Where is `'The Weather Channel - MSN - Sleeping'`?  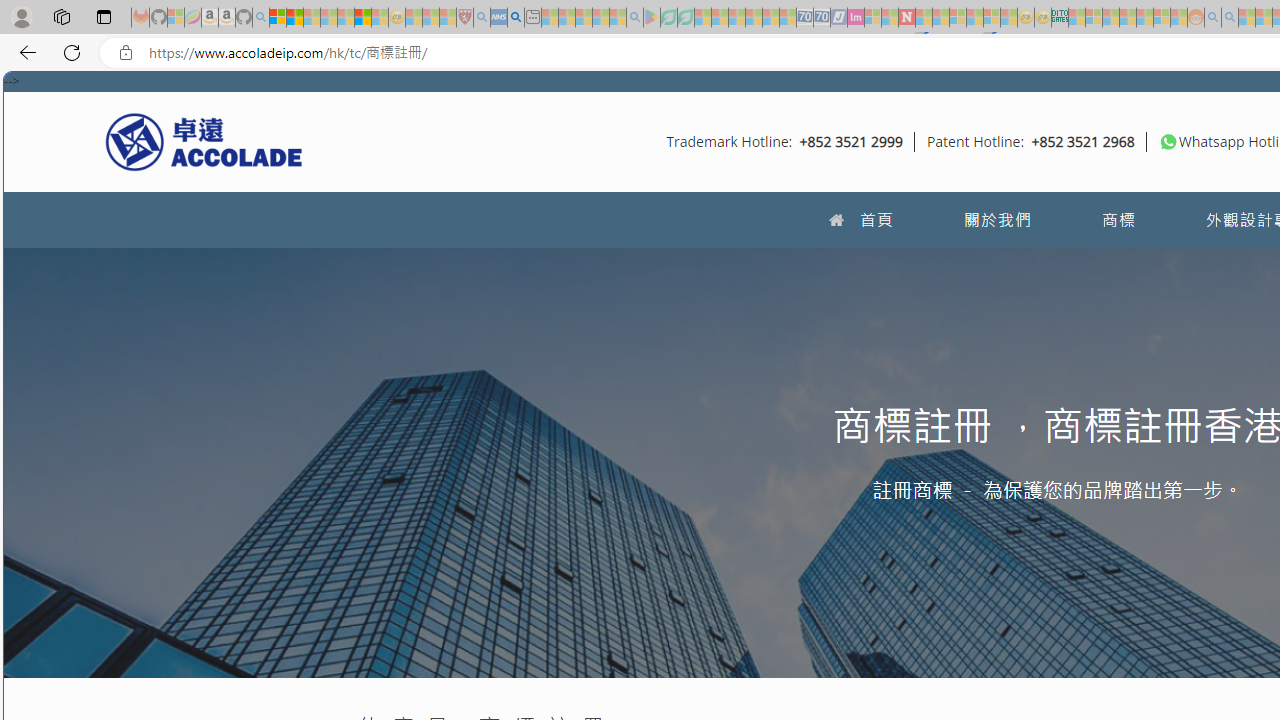
'The Weather Channel - MSN - Sleeping' is located at coordinates (310, 17).